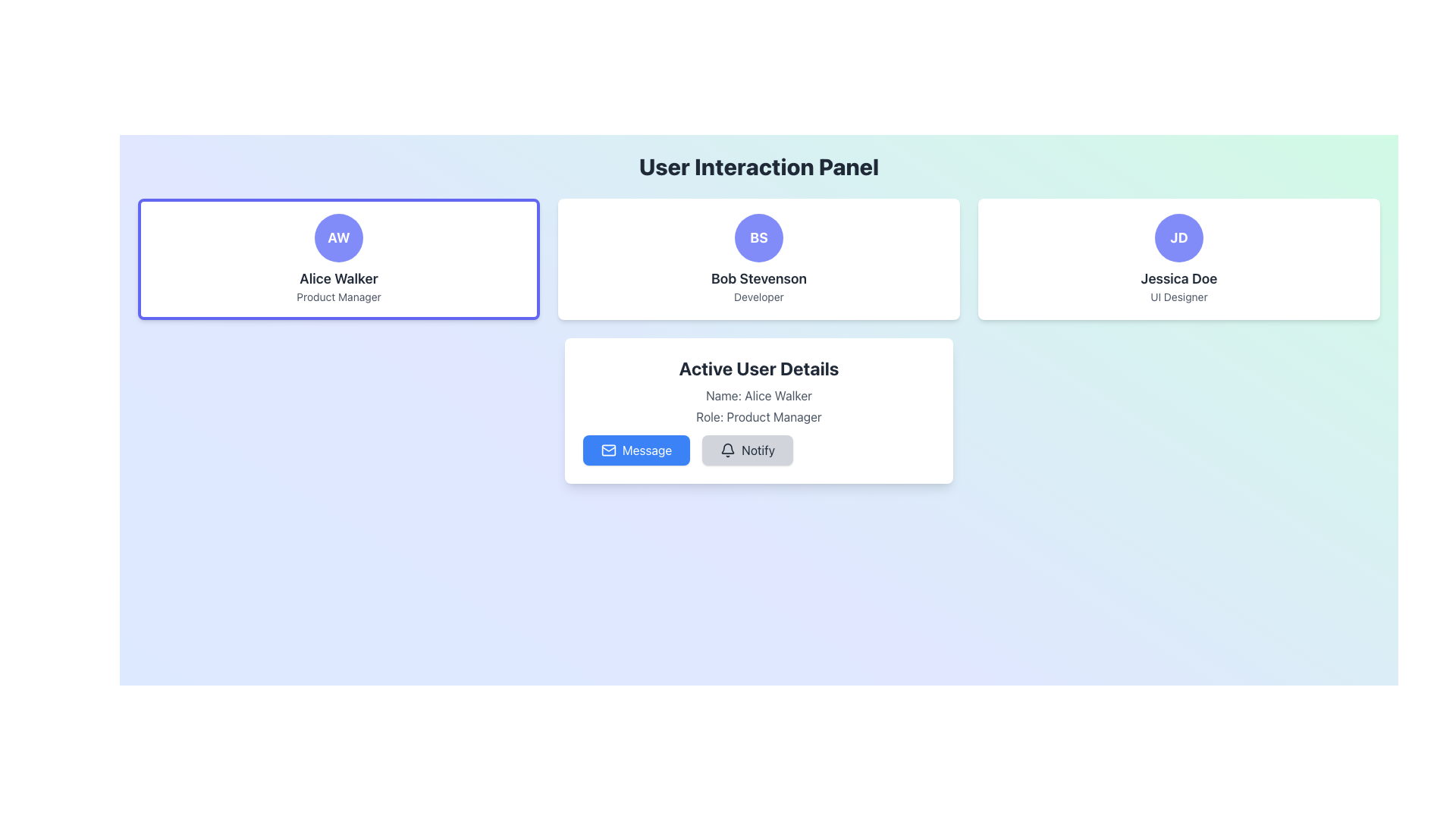  Describe the element at coordinates (759, 417) in the screenshot. I see `the static text label displaying 'Role: Product Manager', which is styled in gray and located in the third row of the details card, centered horizontally below 'Name: Alice Walker' and above the action buttons` at that location.